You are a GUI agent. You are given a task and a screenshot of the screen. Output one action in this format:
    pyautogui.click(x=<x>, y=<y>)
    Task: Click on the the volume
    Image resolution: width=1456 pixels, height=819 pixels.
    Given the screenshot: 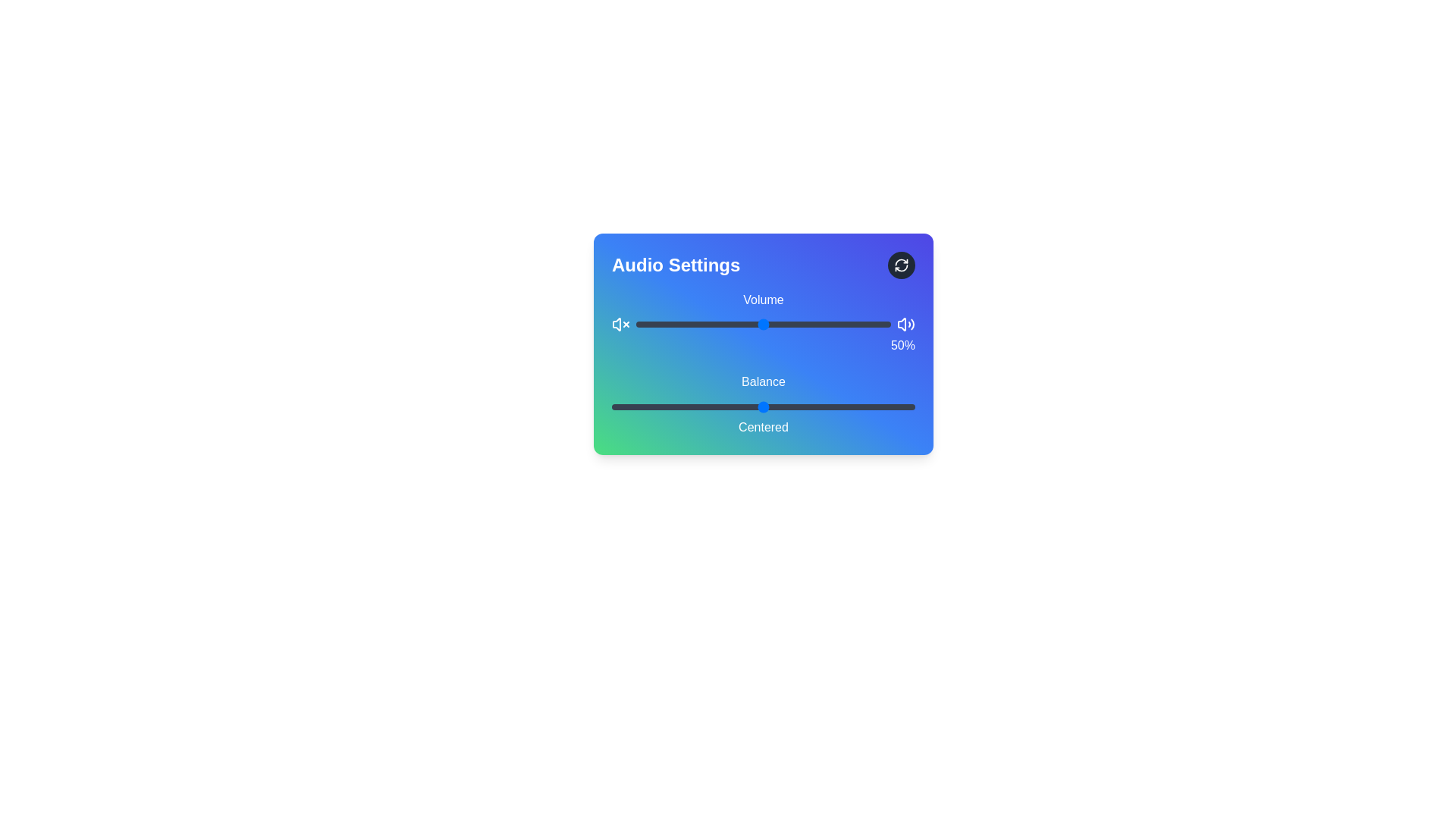 What is the action you would take?
    pyautogui.click(x=717, y=324)
    